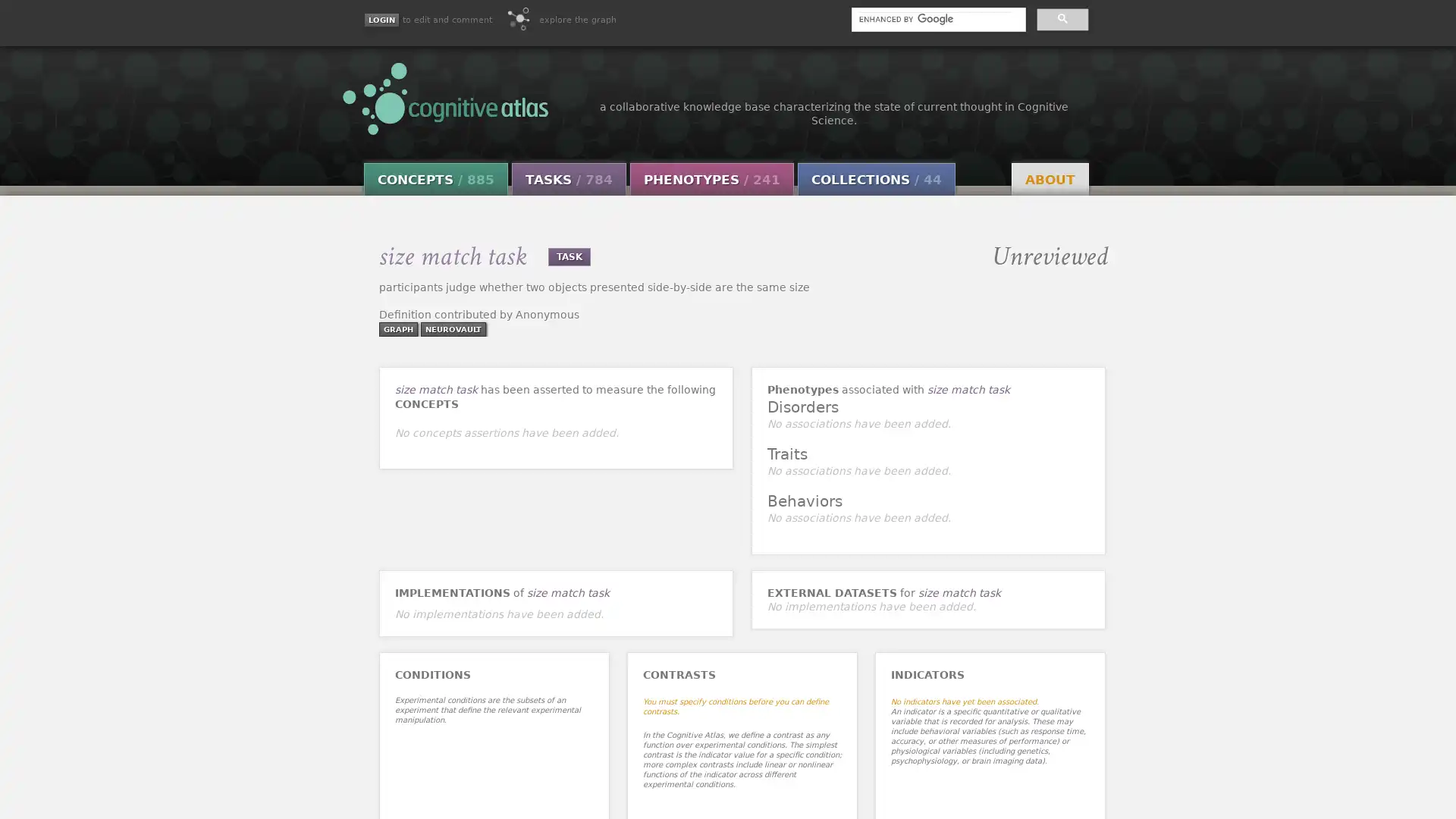 The image size is (1456, 819). Describe the element at coordinates (1061, 18) in the screenshot. I see `search` at that location.